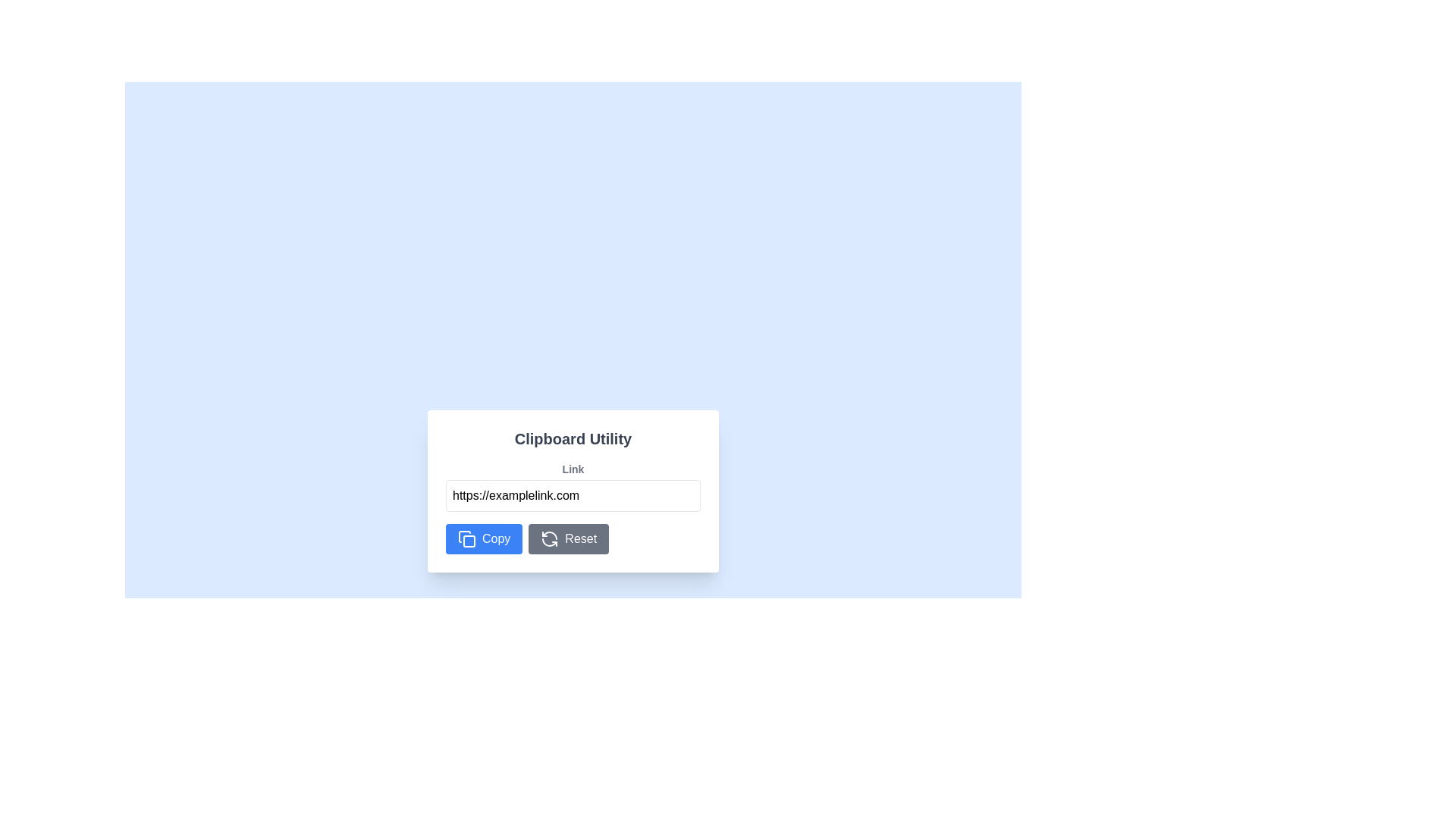  I want to click on the text label that indicates the functionality of the reset button, positioned to the right of the refresh icon and aligned horizontally with the 'Copy' button, so click(580, 538).